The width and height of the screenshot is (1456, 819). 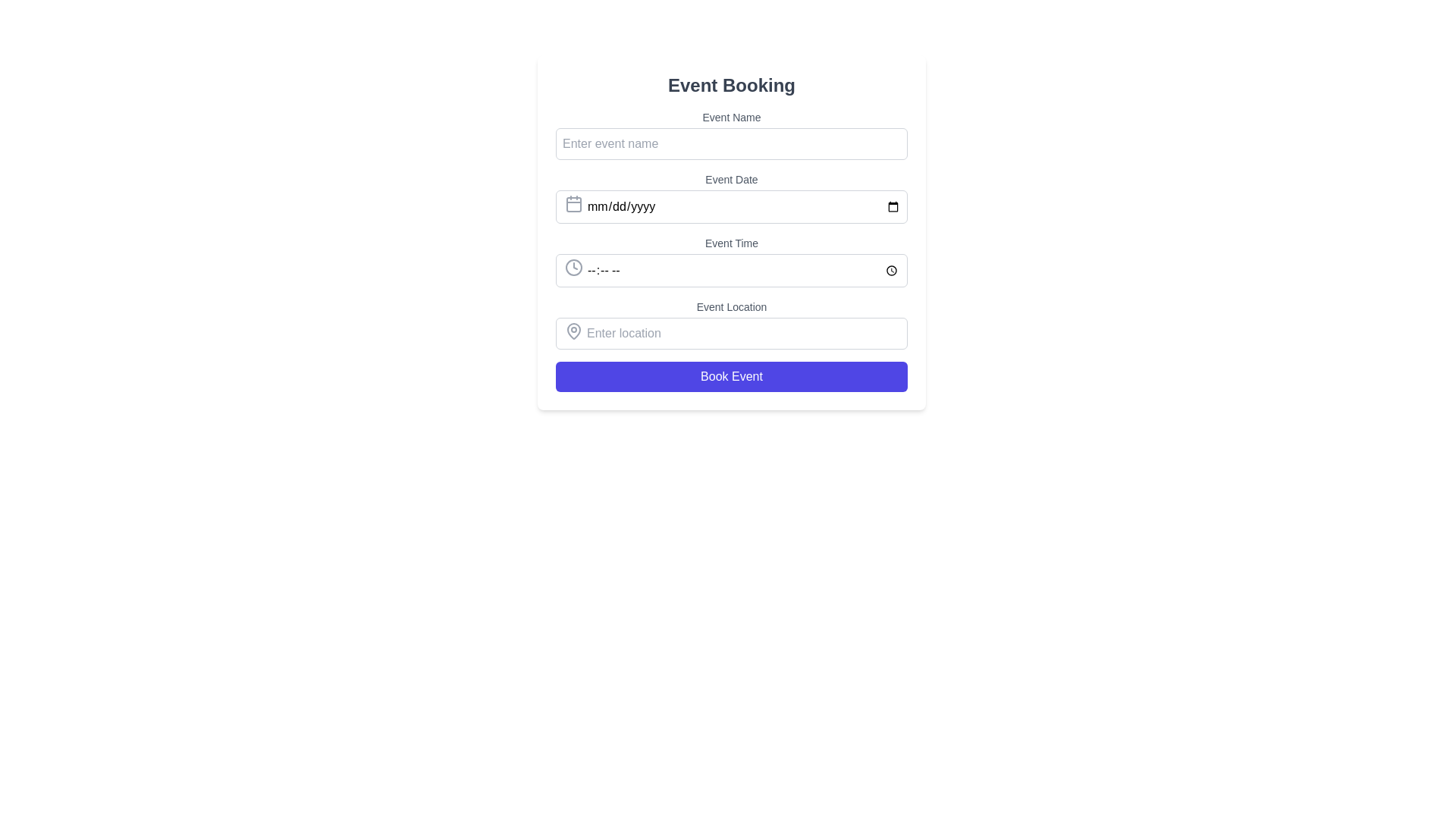 What do you see at coordinates (731, 205) in the screenshot?
I see `the date input field located centrally within the form, which is the second input field from the top, beneath the 'Event Name' field` at bounding box center [731, 205].